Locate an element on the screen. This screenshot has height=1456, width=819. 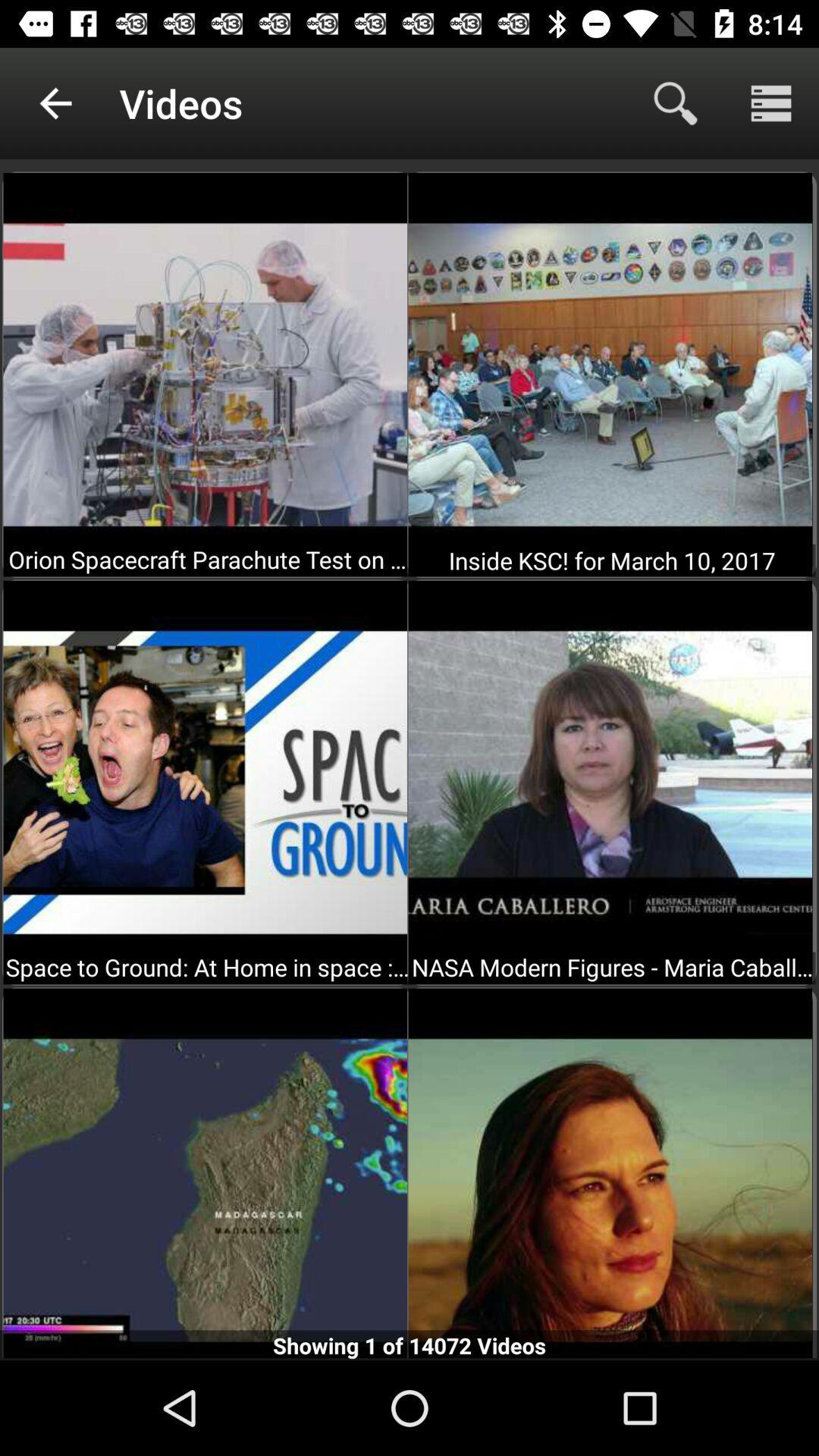
app next to videos item is located at coordinates (675, 102).